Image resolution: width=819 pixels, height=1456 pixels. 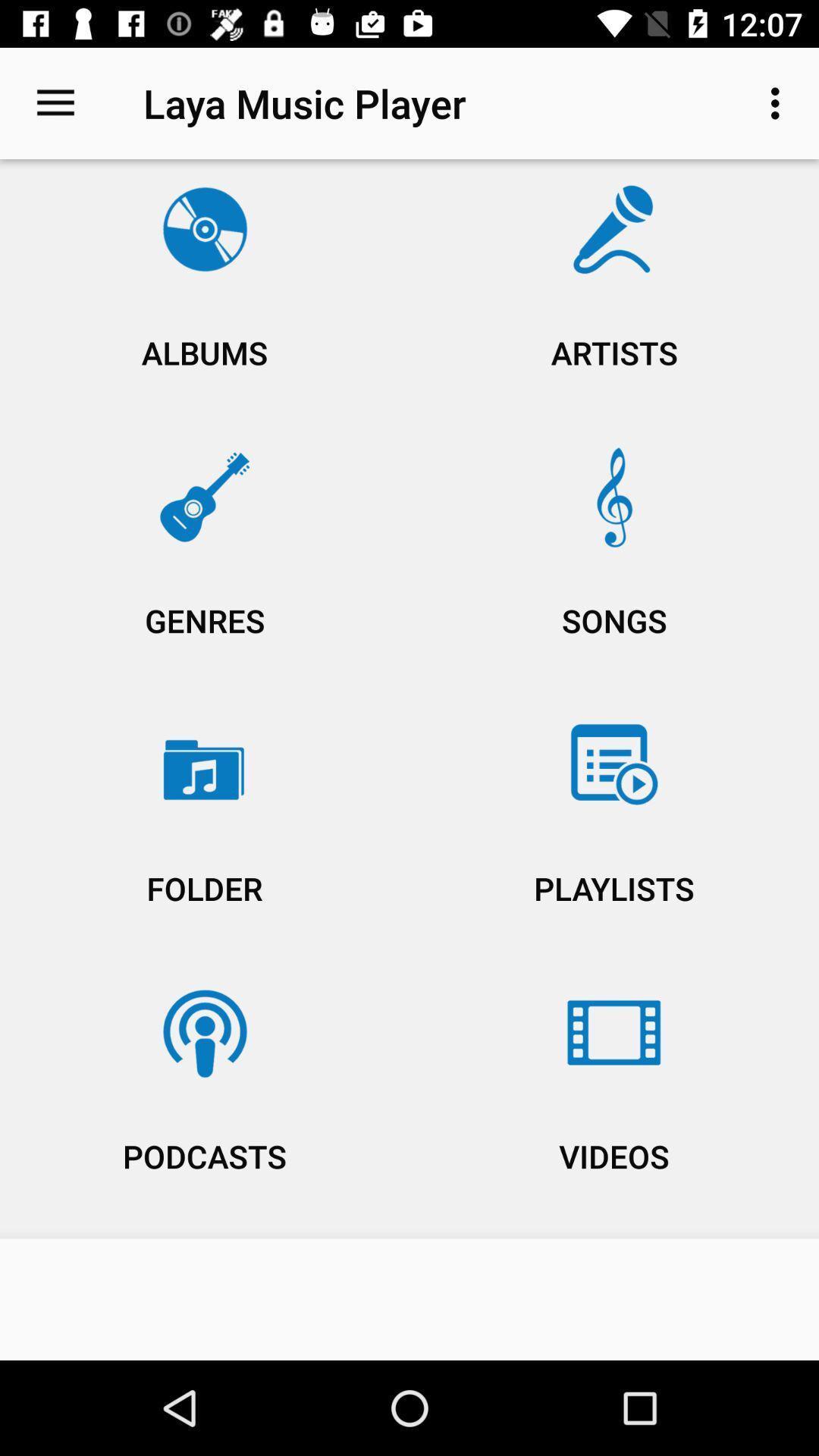 What do you see at coordinates (614, 564) in the screenshot?
I see `the songs item` at bounding box center [614, 564].